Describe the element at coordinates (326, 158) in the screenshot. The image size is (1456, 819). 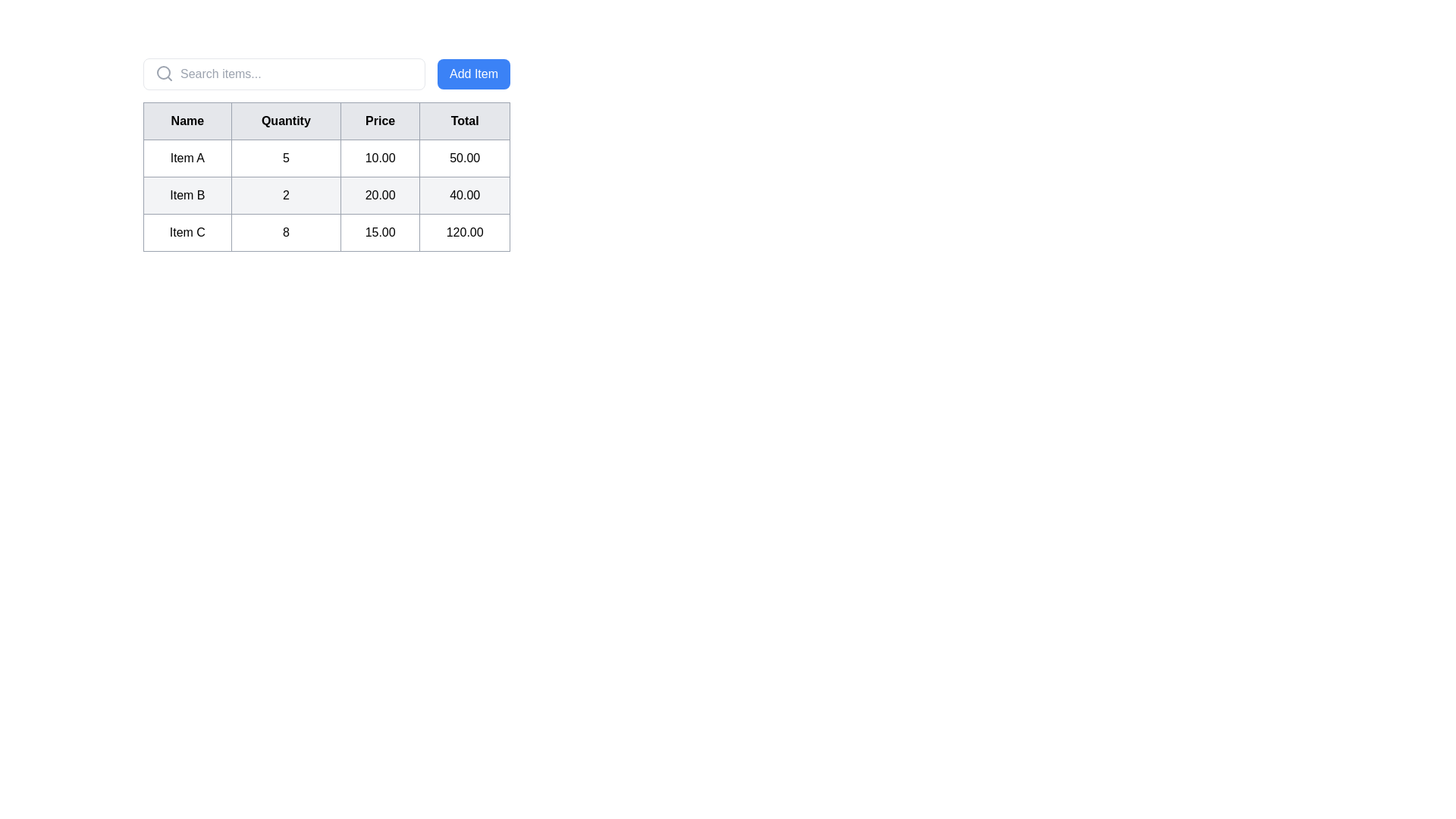
I see `the first row in the data table that provides information about 'Item A'` at that location.